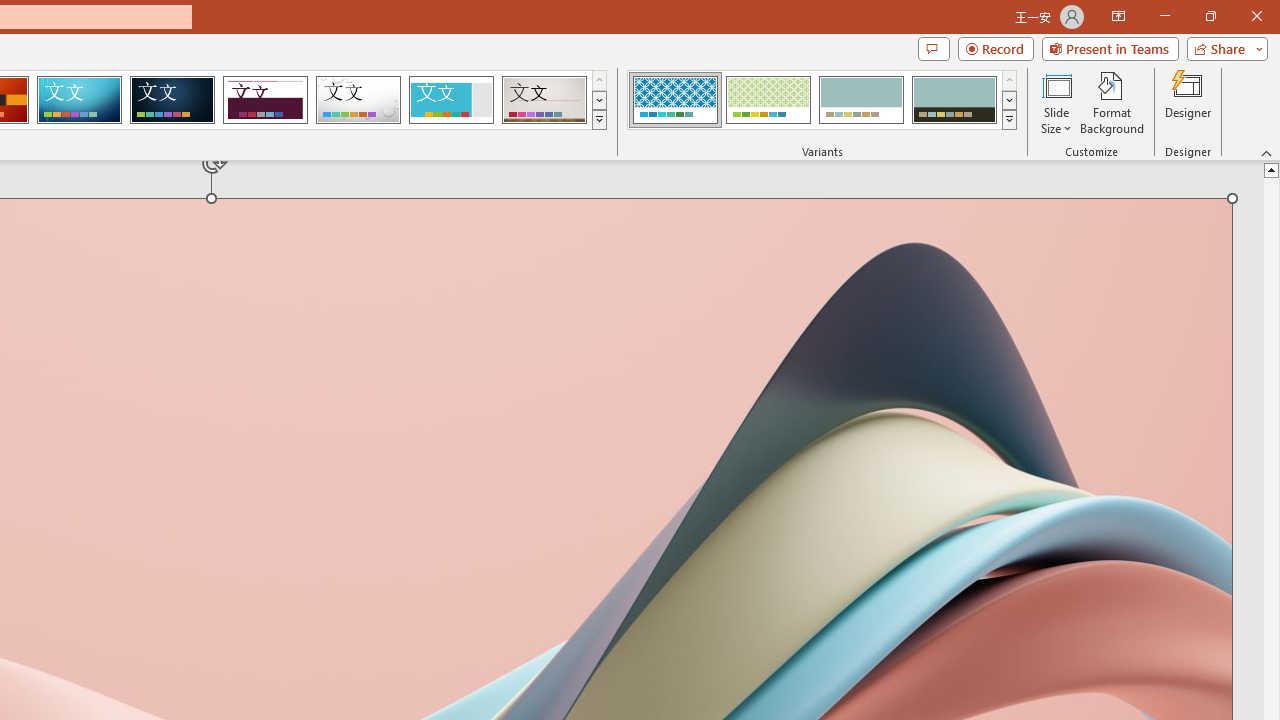 This screenshot has height=720, width=1280. Describe the element at coordinates (953, 100) in the screenshot. I see `'Integral Variant 4'` at that location.